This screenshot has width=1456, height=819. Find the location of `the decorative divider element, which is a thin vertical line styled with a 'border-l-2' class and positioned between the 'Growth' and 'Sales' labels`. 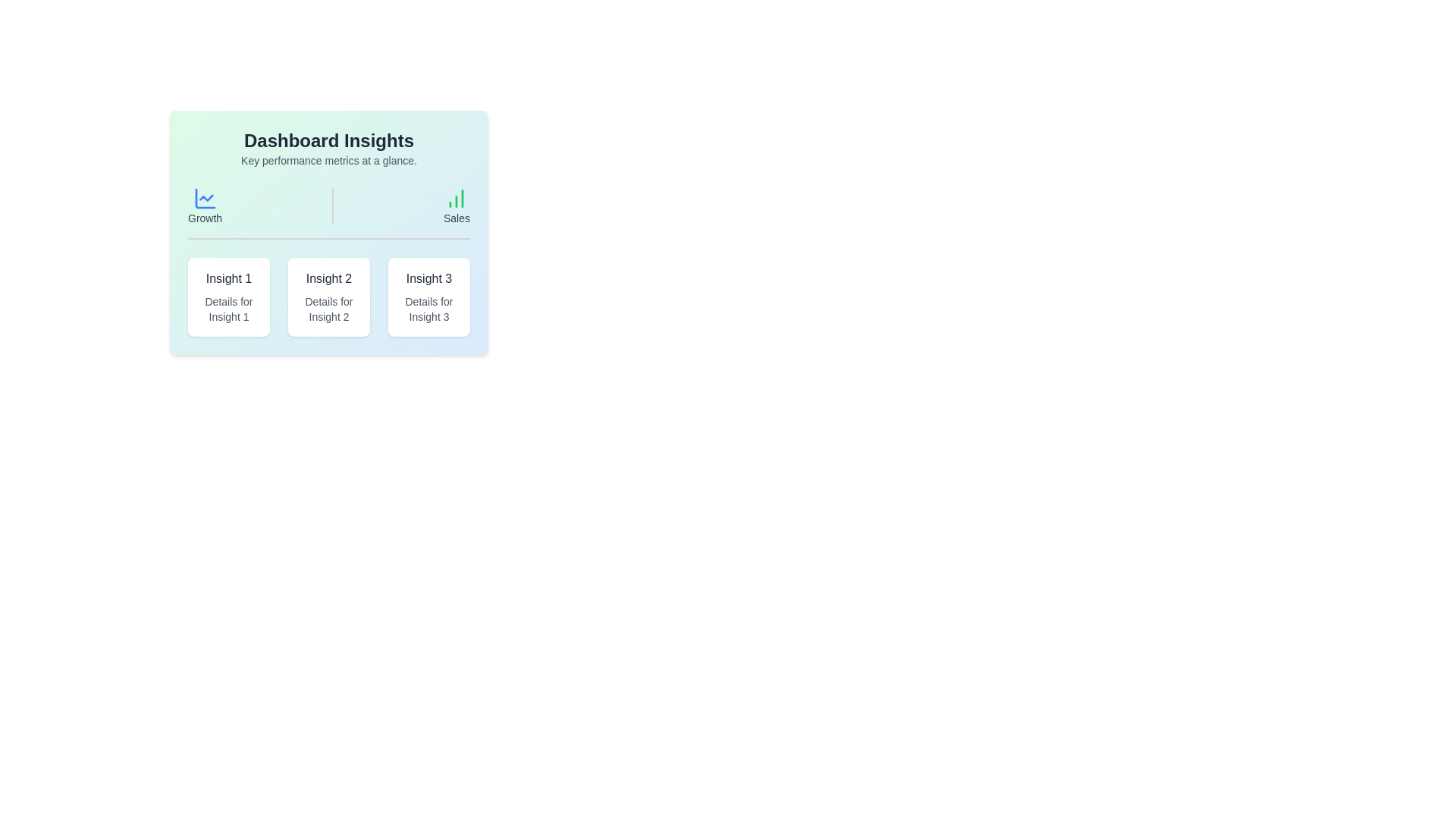

the decorative divider element, which is a thin vertical line styled with a 'border-l-2' class and positioned between the 'Growth' and 'Sales' labels is located at coordinates (332, 206).